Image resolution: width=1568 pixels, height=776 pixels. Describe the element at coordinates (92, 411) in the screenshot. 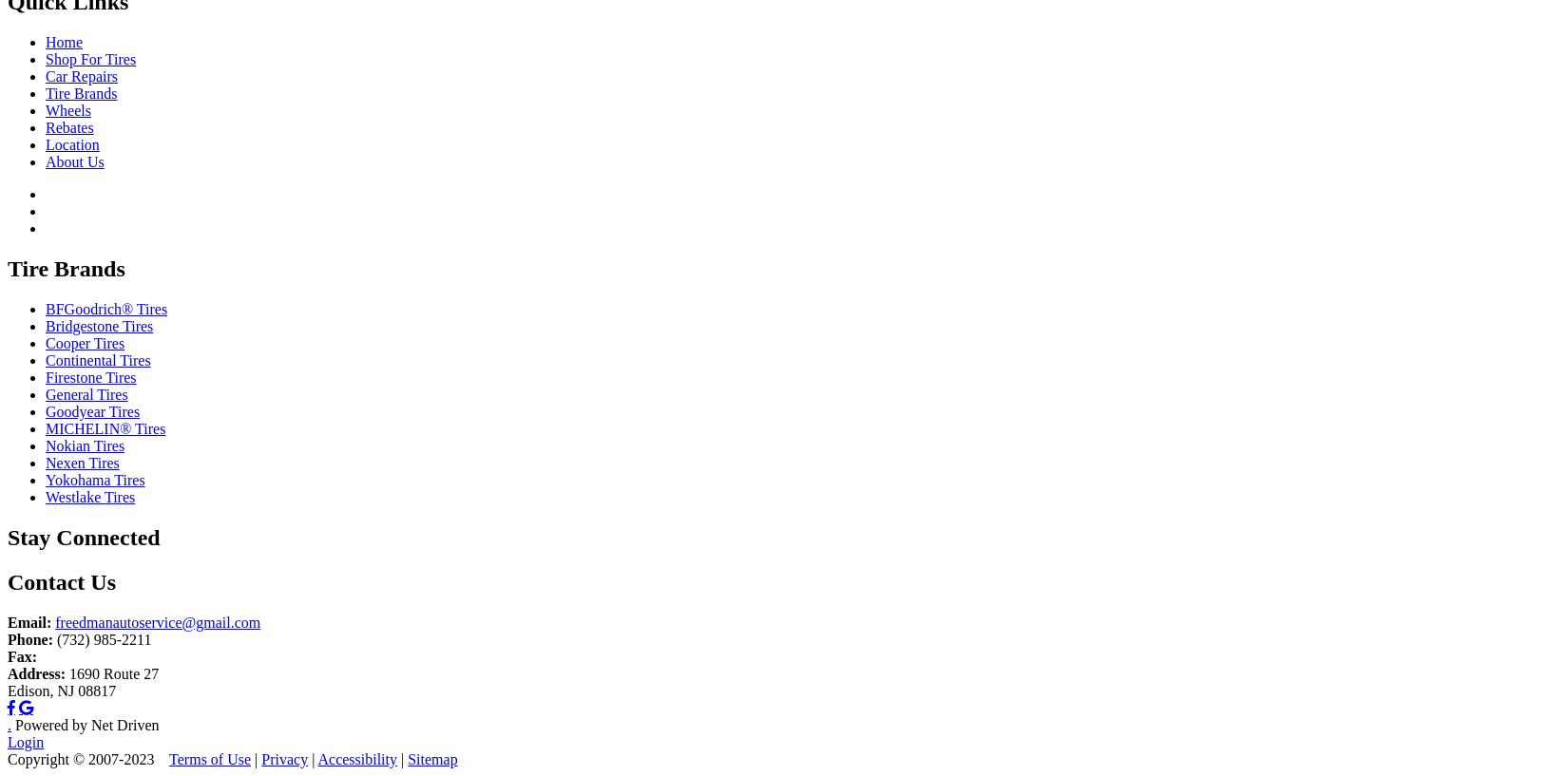

I see `'Goodyear Tires'` at that location.